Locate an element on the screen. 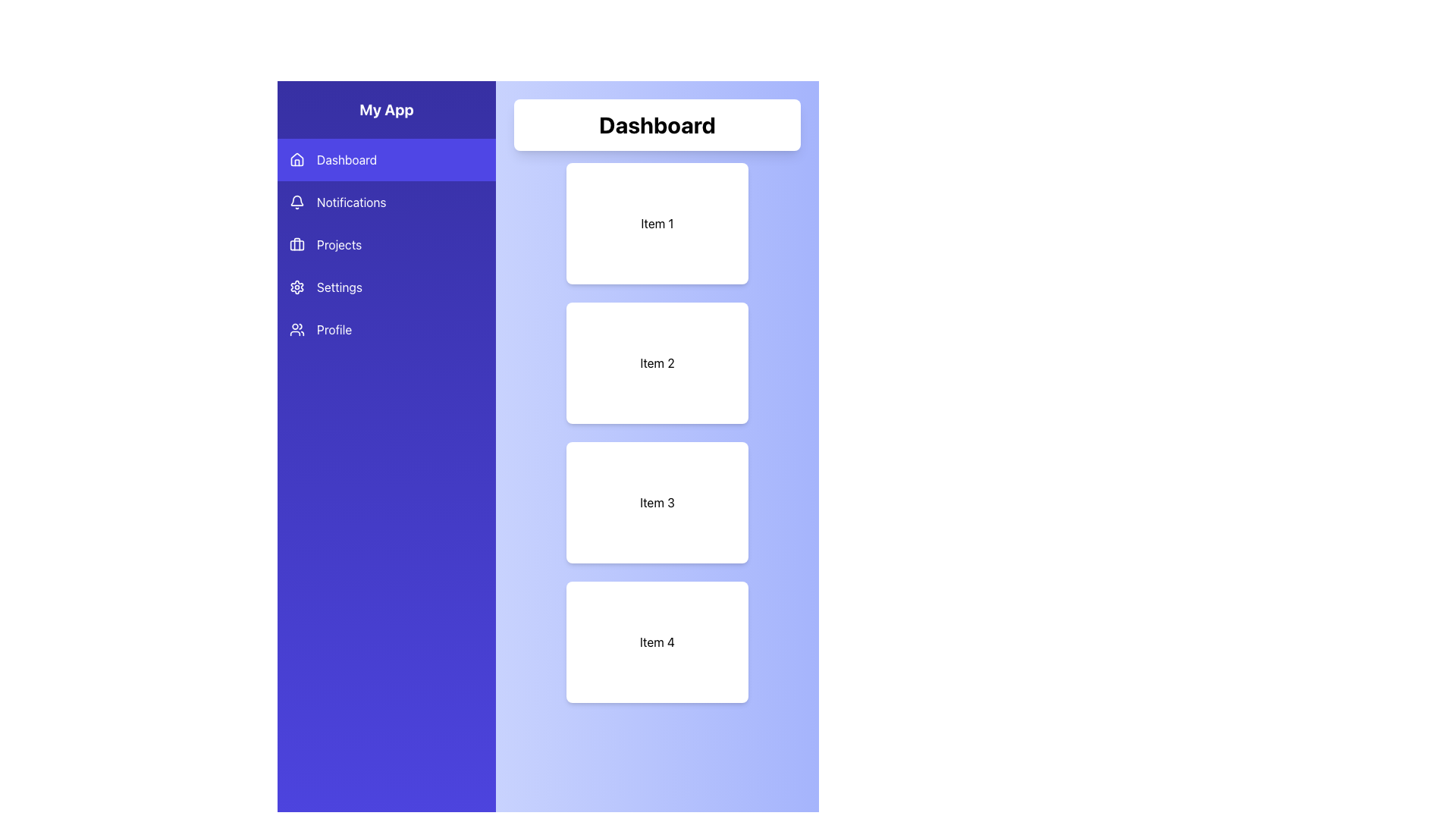 This screenshot has width=1456, height=819. the 'Projects' icon located in the sidebar navigation panel is located at coordinates (297, 244).